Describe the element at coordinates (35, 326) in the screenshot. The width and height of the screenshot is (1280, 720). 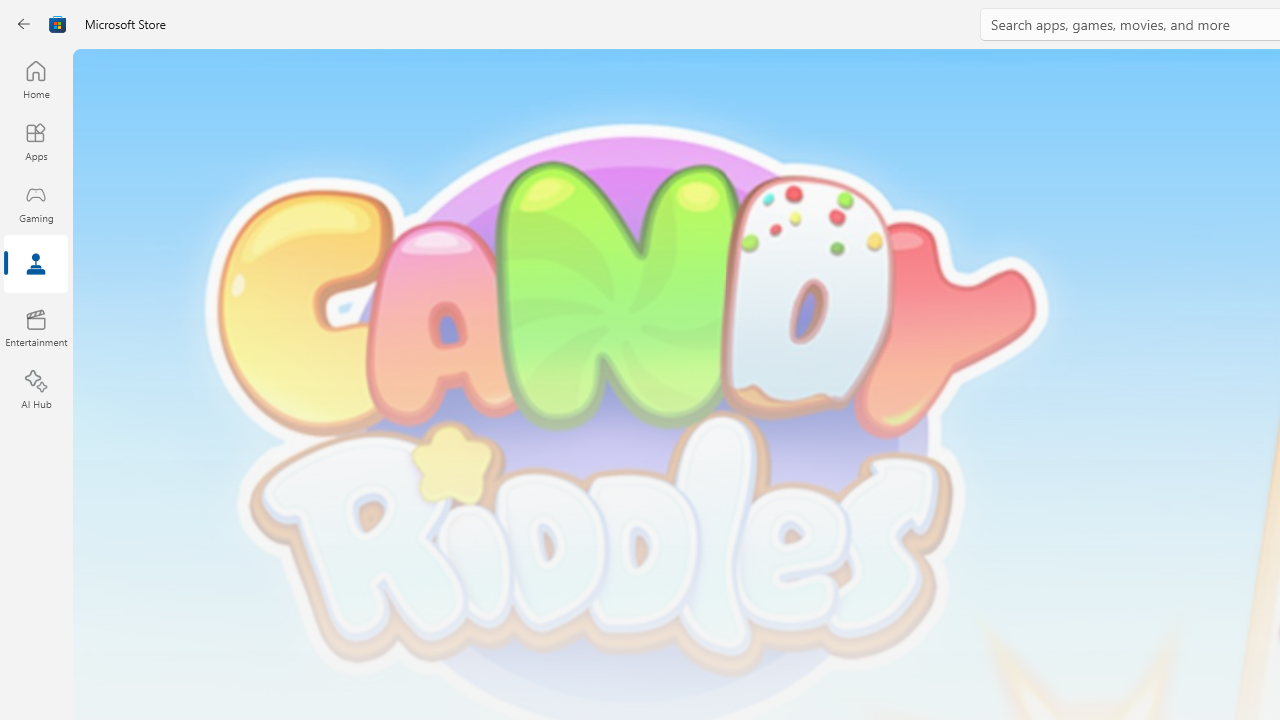
I see `'Entertainment'` at that location.